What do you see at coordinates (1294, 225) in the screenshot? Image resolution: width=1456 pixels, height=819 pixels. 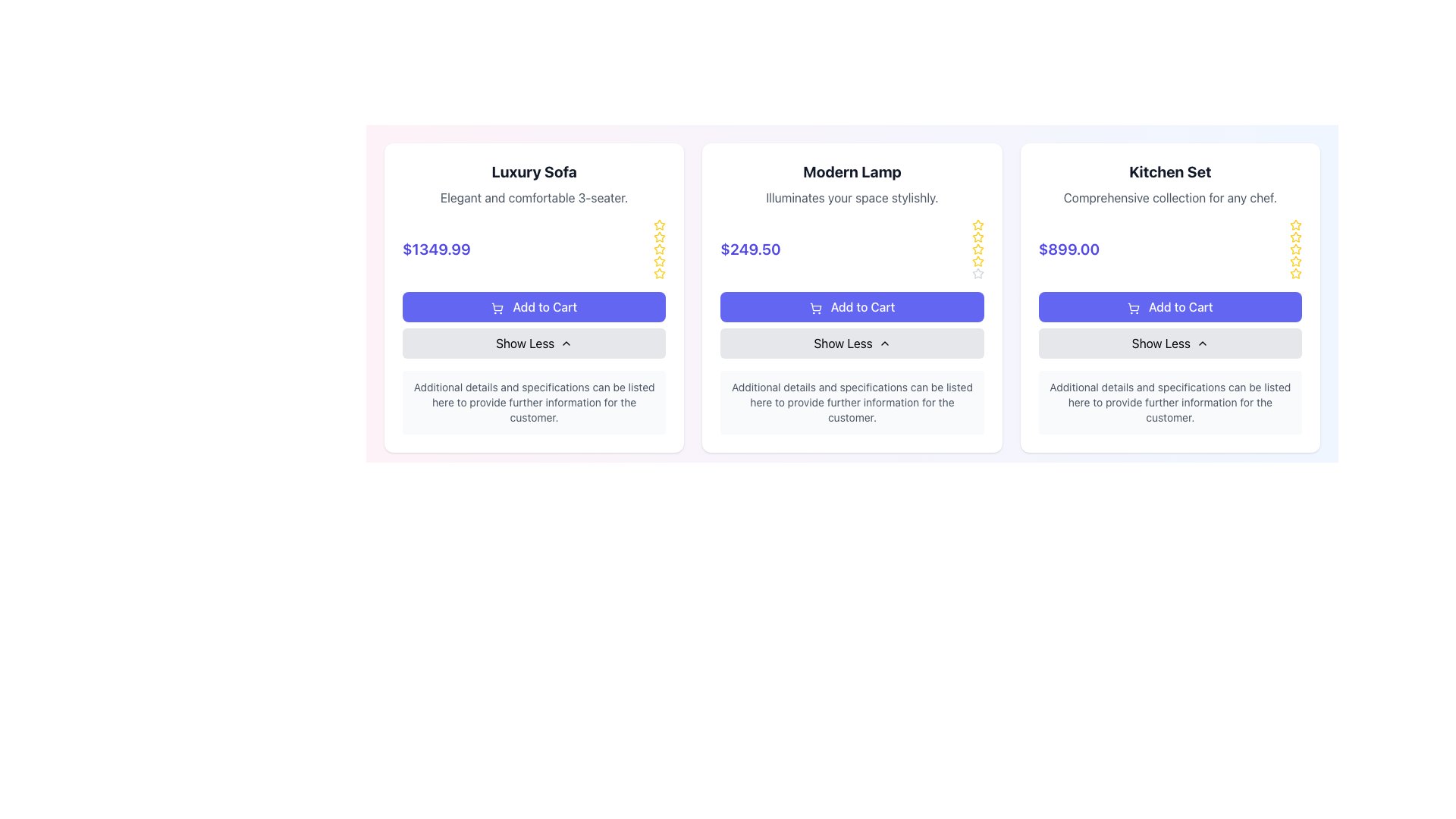 I see `the topmost star icon used for rating in the 'Kitchen Set' product card, located to the right of the product title and description` at bounding box center [1294, 225].